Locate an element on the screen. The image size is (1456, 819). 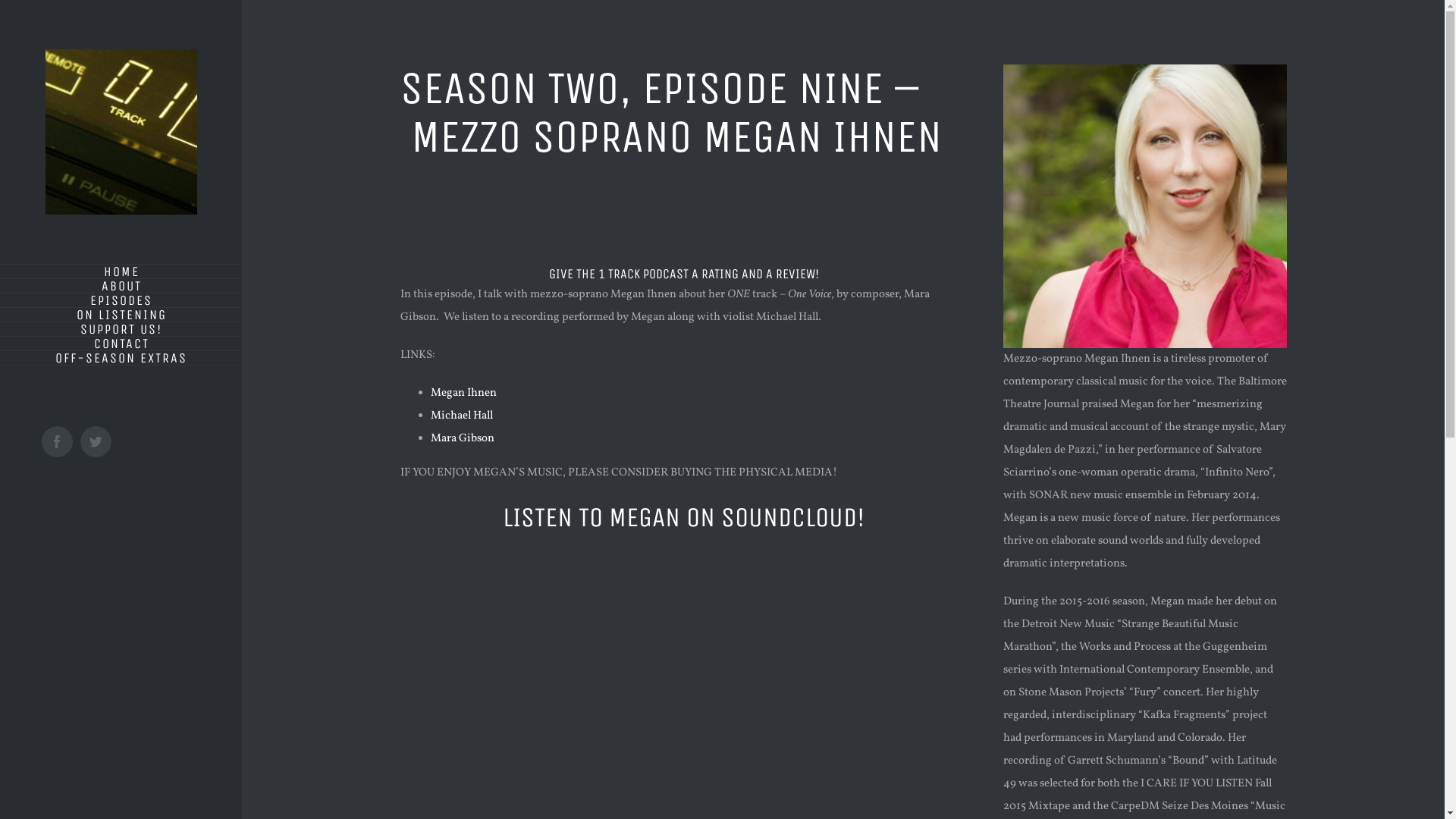
'ABOUT' is located at coordinates (0, 286).